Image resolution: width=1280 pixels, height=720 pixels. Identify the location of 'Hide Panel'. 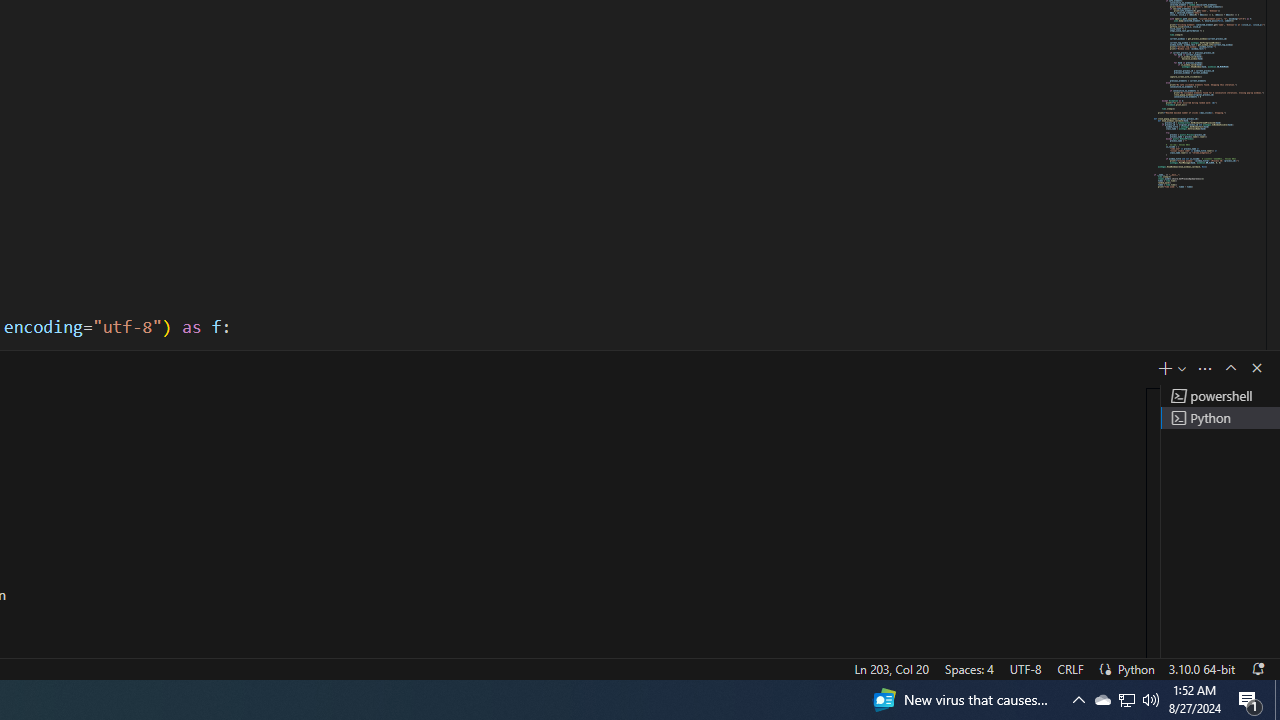
(1255, 367).